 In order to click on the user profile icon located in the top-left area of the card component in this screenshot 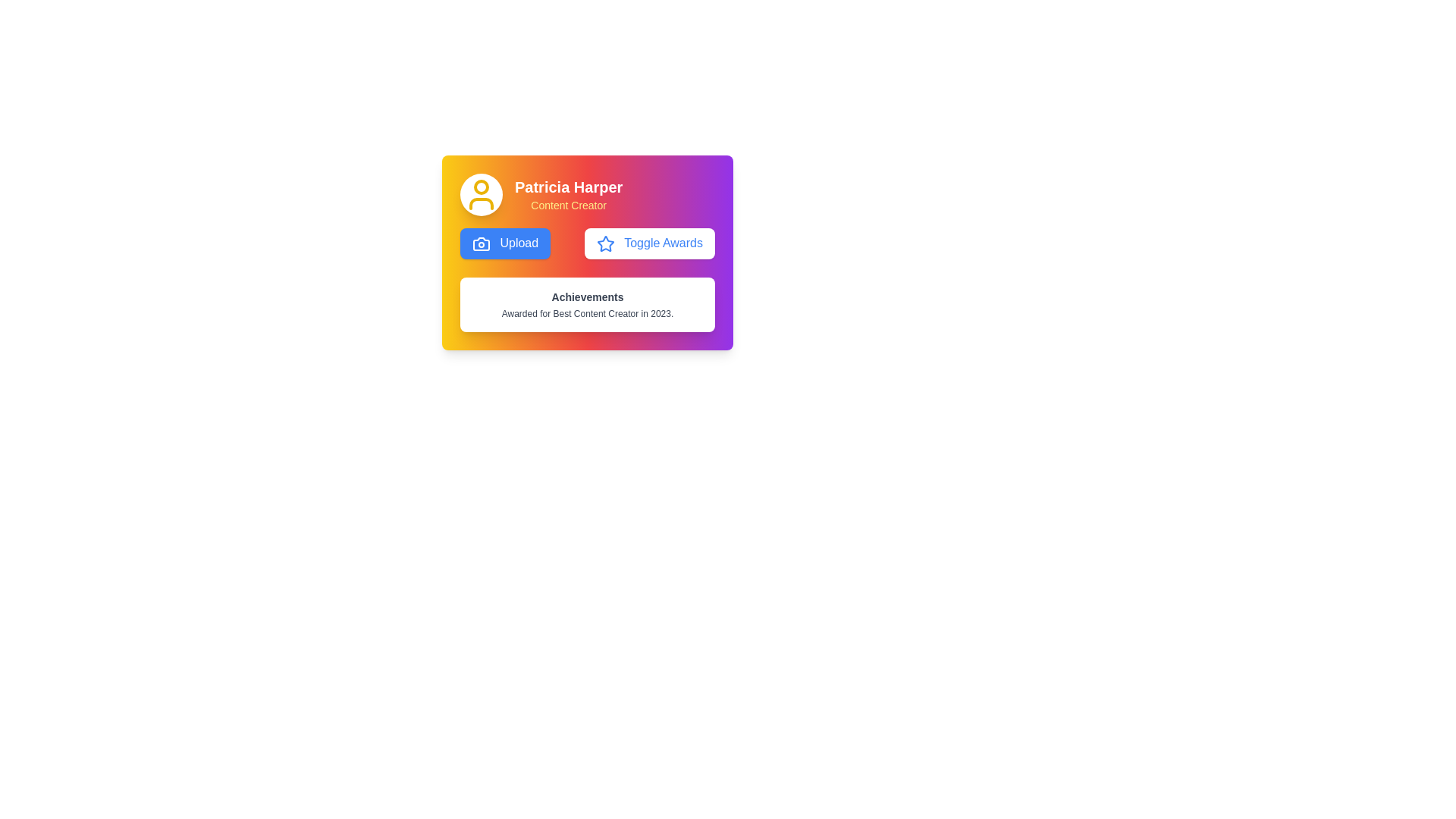, I will do `click(480, 194)`.